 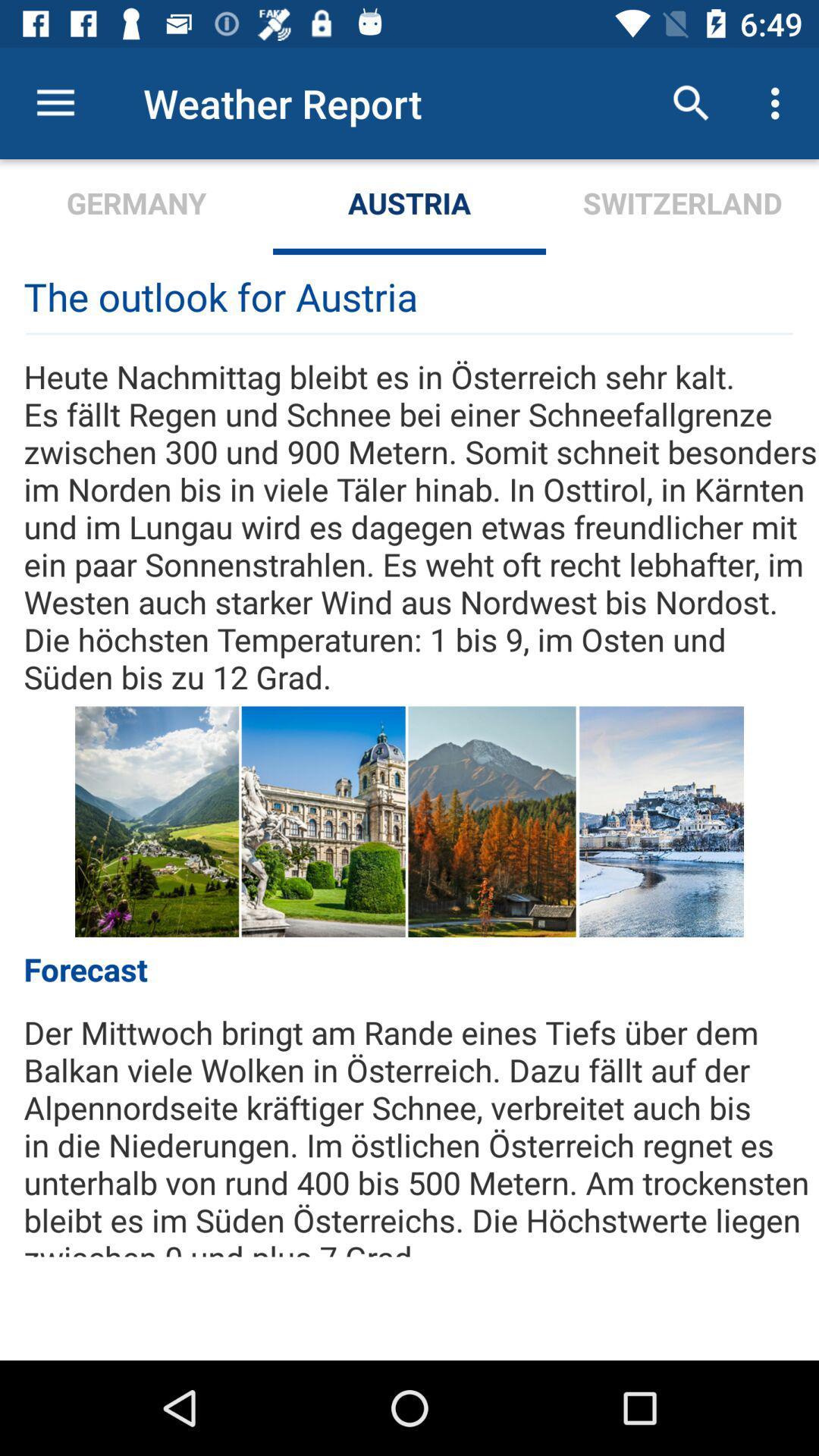 I want to click on the item next to the weather report, so click(x=55, y=102).